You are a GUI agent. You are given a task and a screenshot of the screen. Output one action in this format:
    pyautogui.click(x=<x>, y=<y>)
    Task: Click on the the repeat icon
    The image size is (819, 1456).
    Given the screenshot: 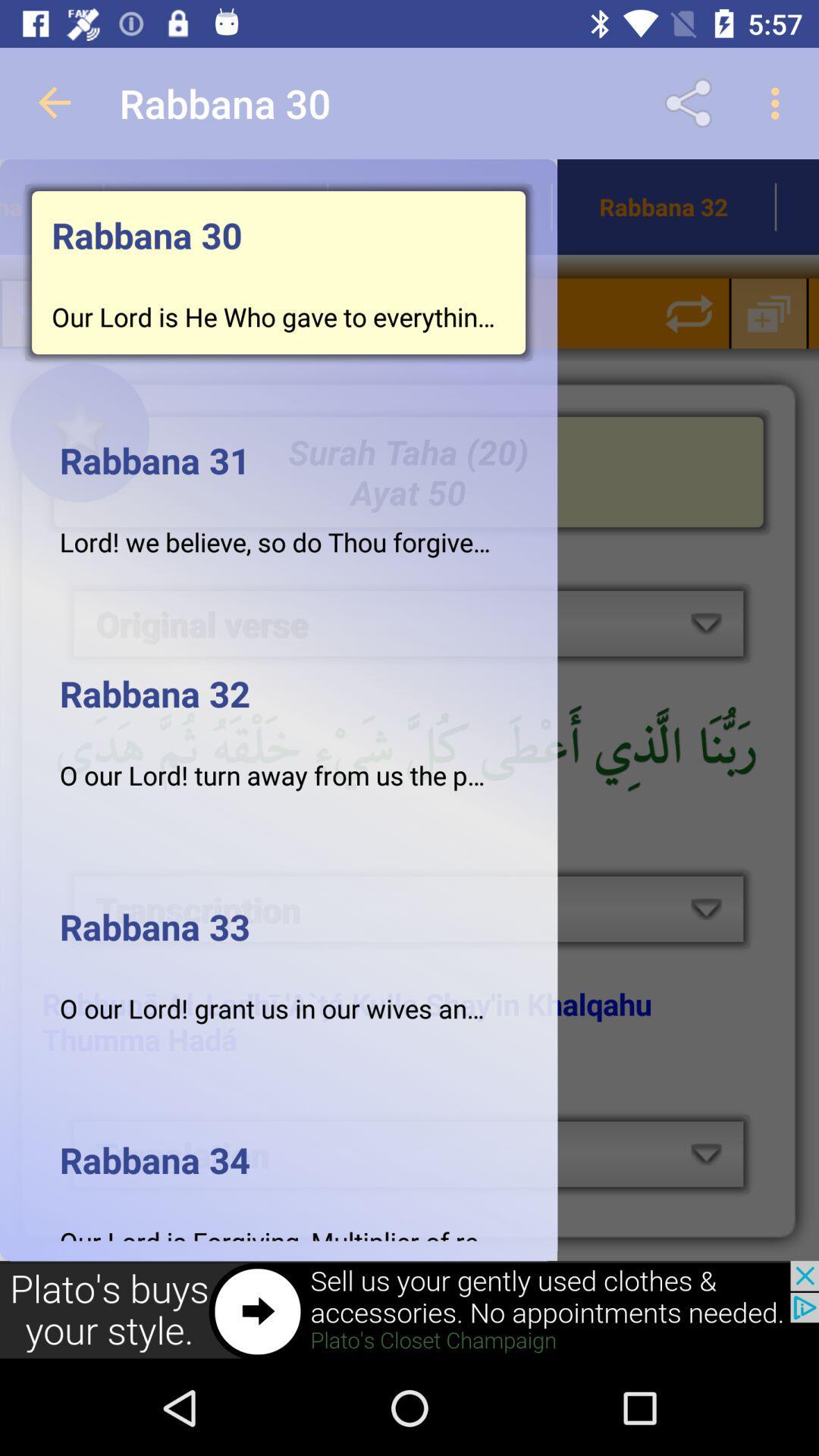 What is the action you would take?
    pyautogui.click(x=689, y=312)
    